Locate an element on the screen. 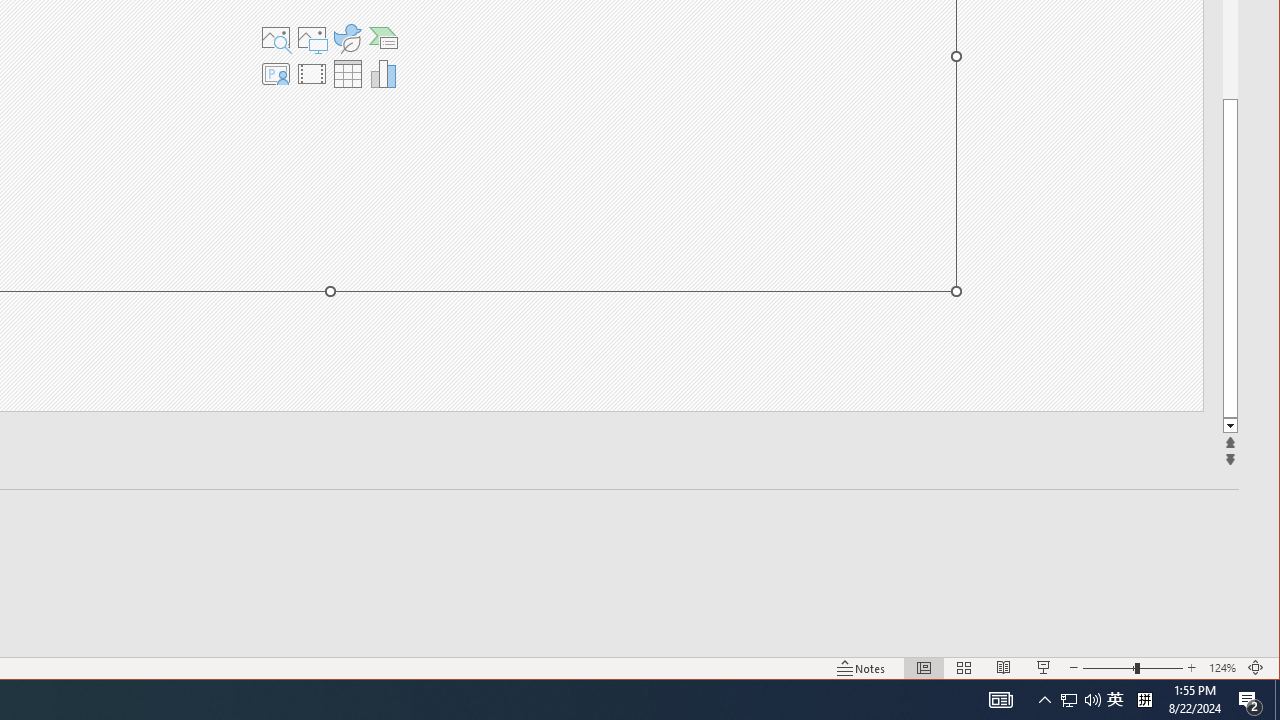 The height and width of the screenshot is (720, 1280). 'Action Center, 2 new notifications' is located at coordinates (1250, 698).